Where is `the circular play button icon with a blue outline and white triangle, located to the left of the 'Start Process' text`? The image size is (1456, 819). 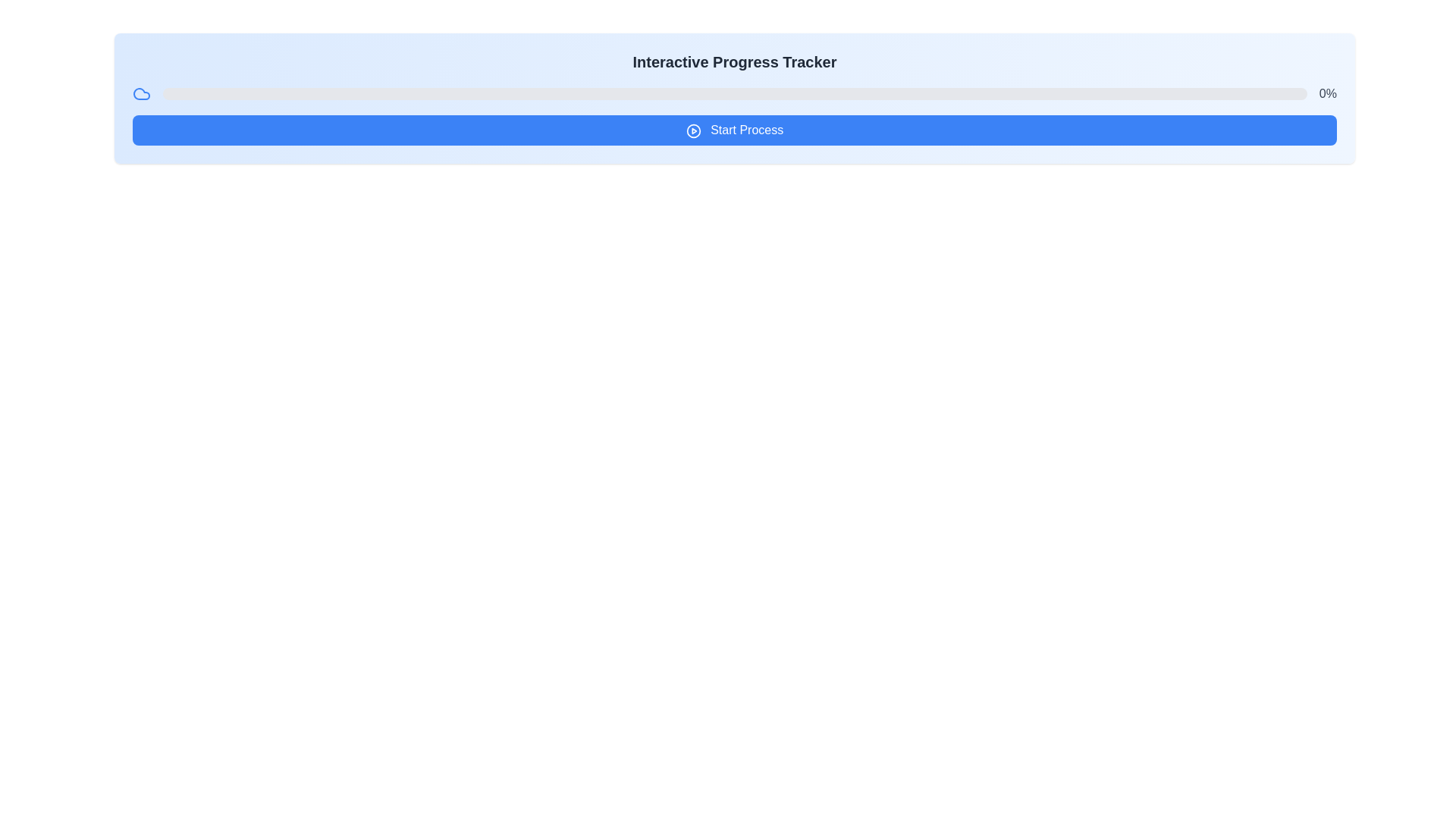 the circular play button icon with a blue outline and white triangle, located to the left of the 'Start Process' text is located at coordinates (692, 130).